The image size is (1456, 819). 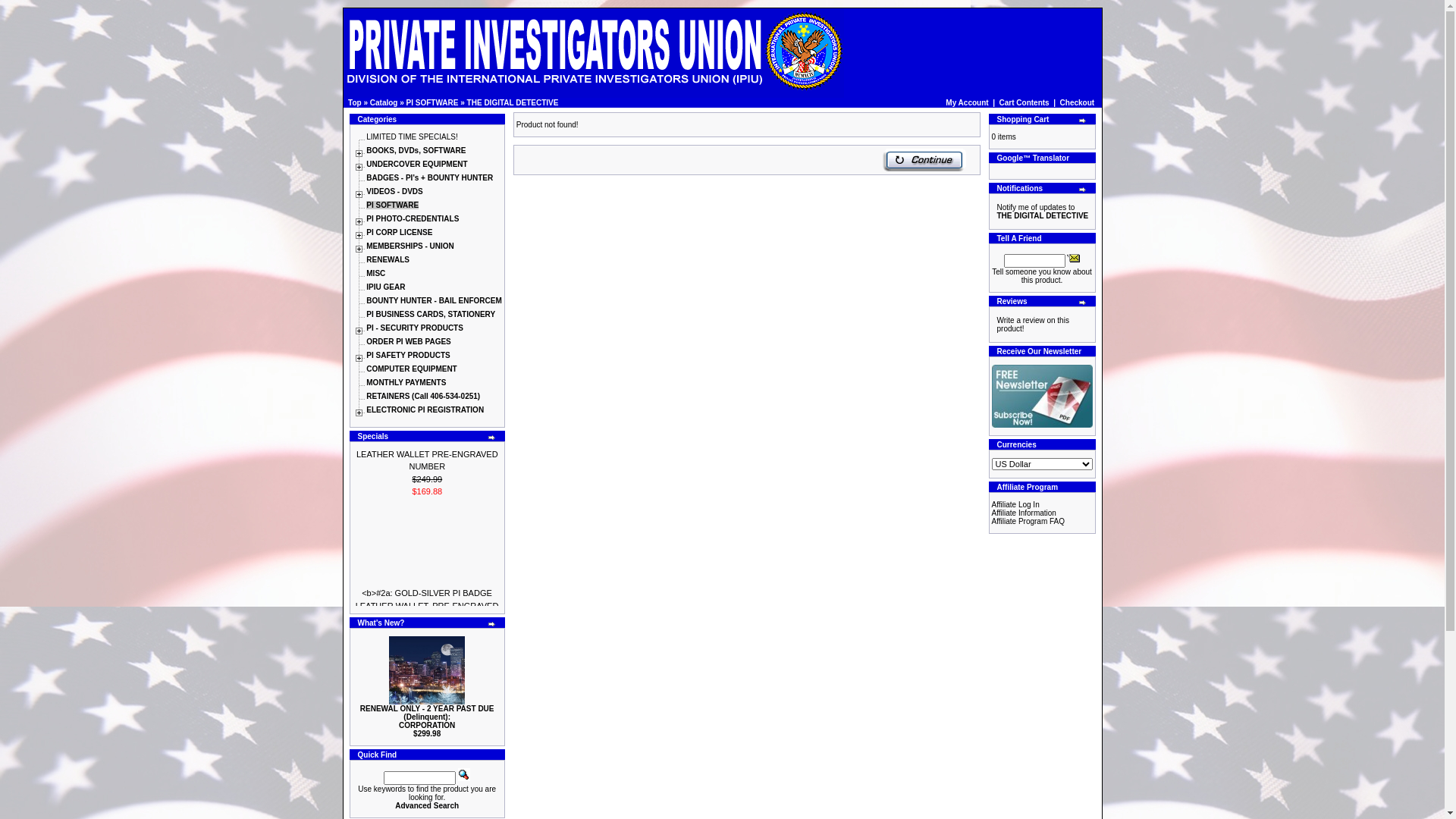 What do you see at coordinates (411, 369) in the screenshot?
I see `'COMPUTER EQUIPMENT'` at bounding box center [411, 369].